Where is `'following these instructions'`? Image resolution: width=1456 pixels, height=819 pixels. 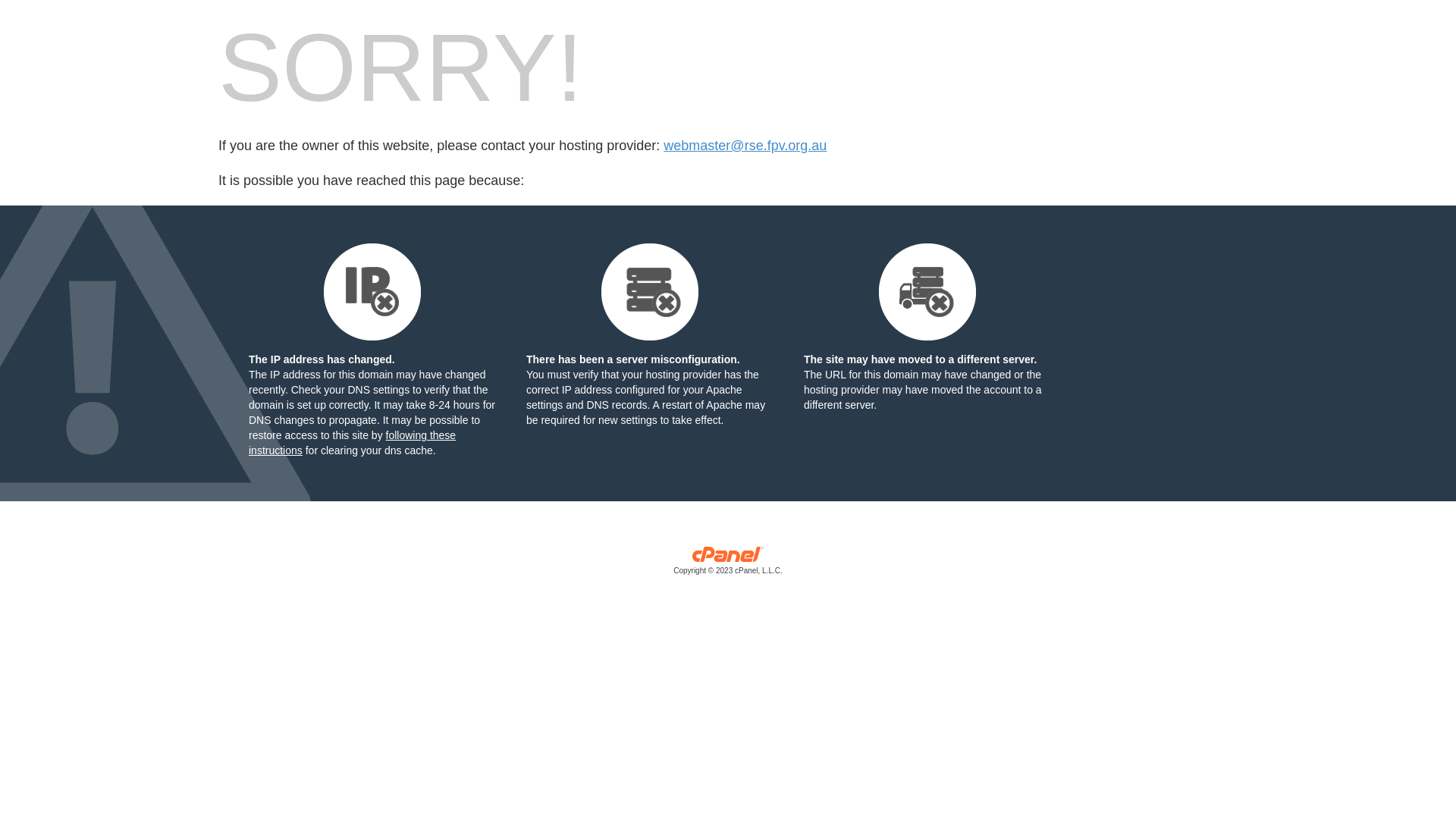 'following these instructions' is located at coordinates (351, 442).